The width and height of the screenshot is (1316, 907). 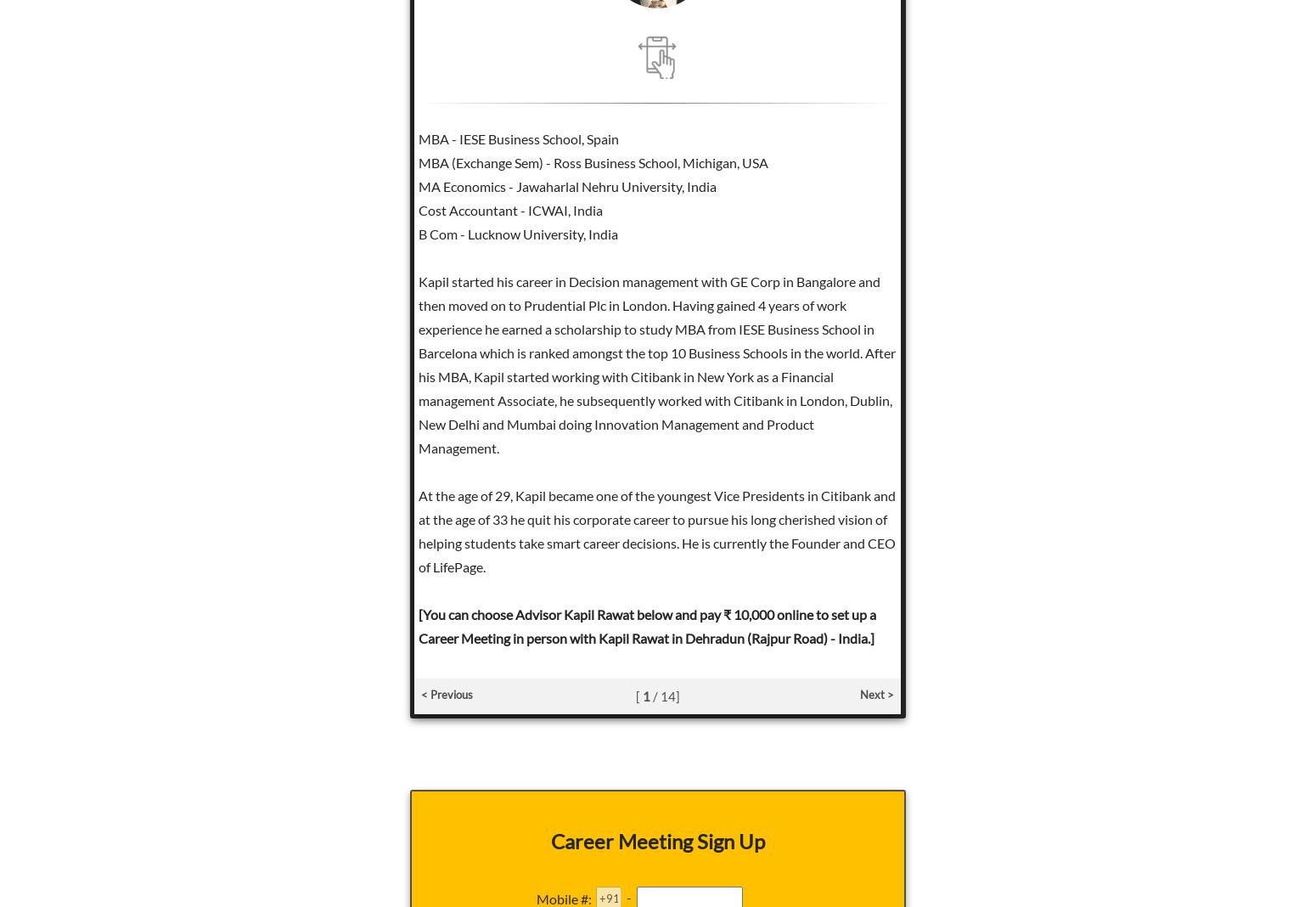 I want to click on 'Previous', so click(x=450, y=693).